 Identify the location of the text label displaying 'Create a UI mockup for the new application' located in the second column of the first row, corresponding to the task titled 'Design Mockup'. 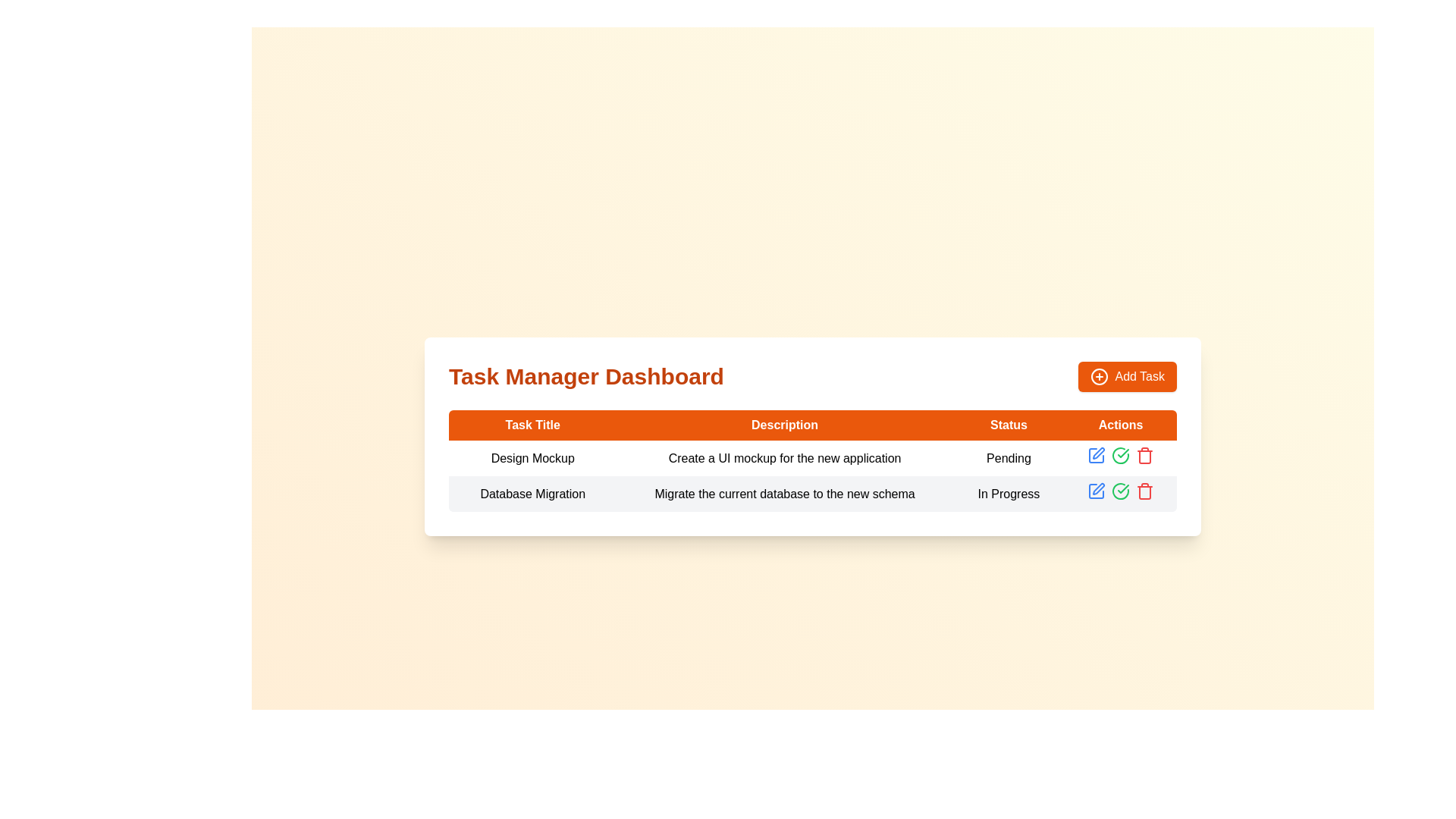
(785, 457).